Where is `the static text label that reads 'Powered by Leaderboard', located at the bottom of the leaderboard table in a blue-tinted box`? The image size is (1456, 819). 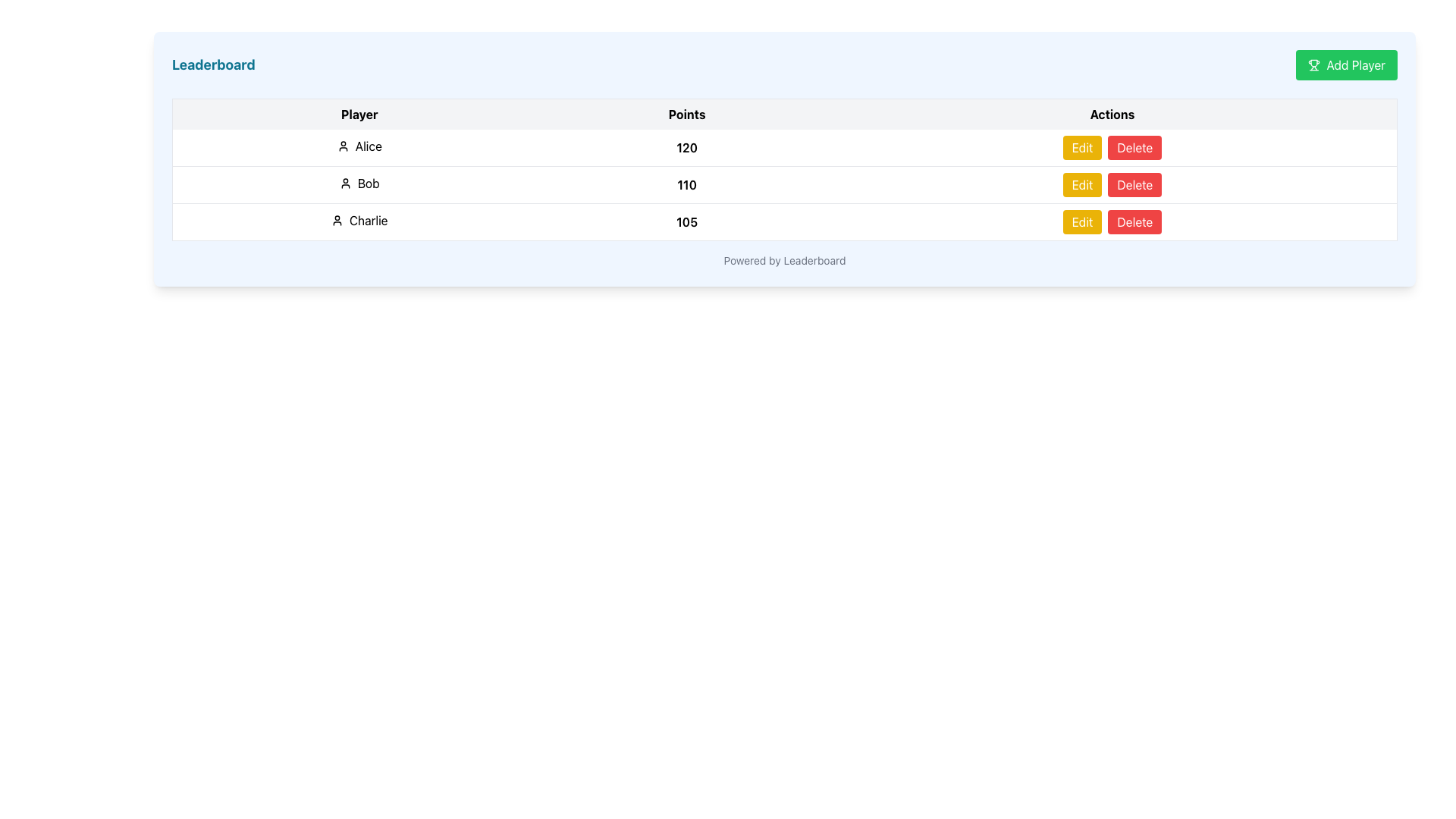 the static text label that reads 'Powered by Leaderboard', located at the bottom of the leaderboard table in a blue-tinted box is located at coordinates (785, 259).